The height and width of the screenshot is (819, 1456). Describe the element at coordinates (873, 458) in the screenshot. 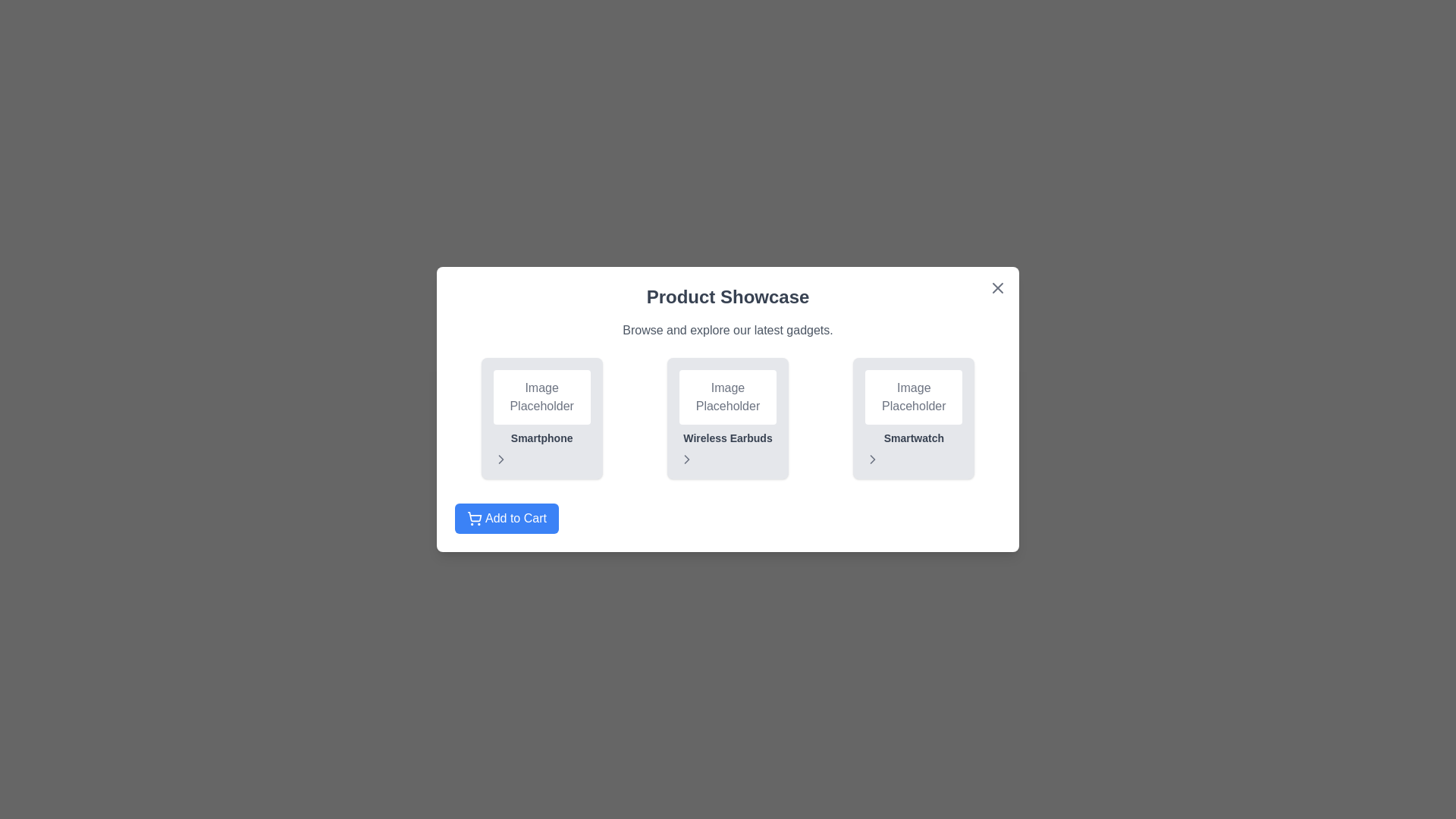

I see `the chevron icon located at the bottom right of the 'Smartwatch' product card` at that location.